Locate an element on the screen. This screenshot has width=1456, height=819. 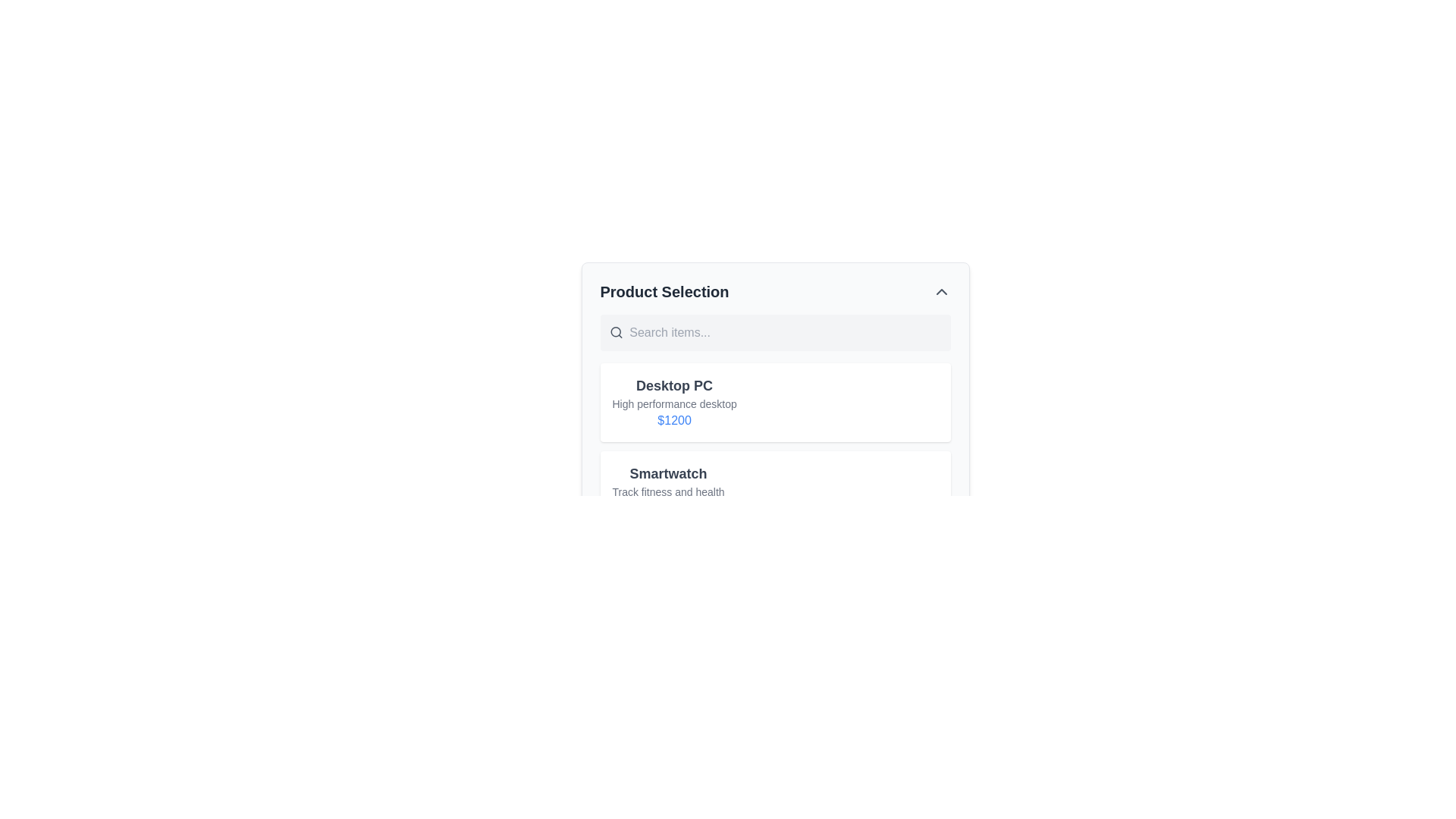
the search icon located within the search bar at the top of the product selection panel, which signifies search functionality and is positioned to the left of the text input field labeled 'Search items...' is located at coordinates (616, 332).